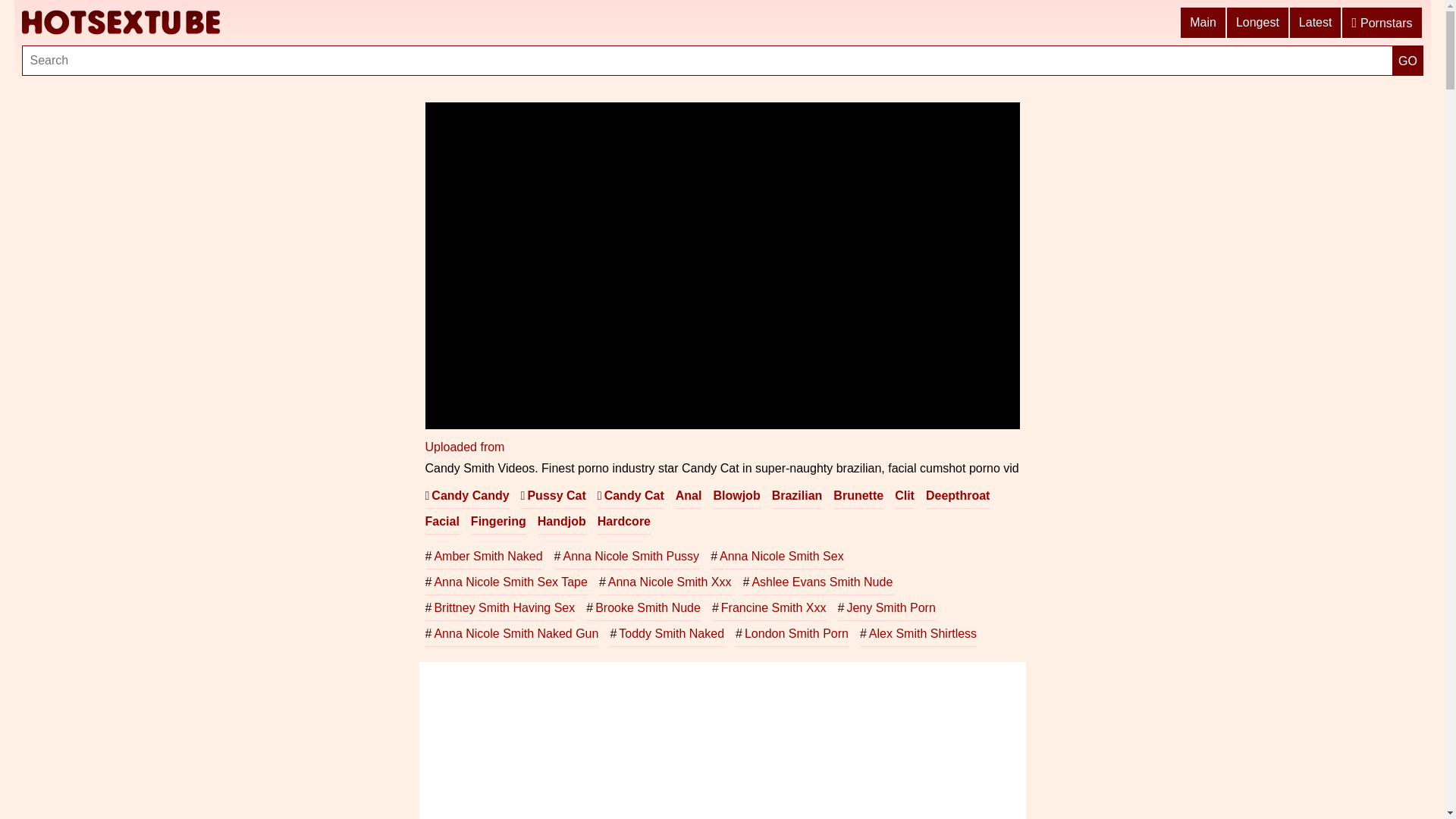  What do you see at coordinates (1407, 60) in the screenshot?
I see `'GO'` at bounding box center [1407, 60].